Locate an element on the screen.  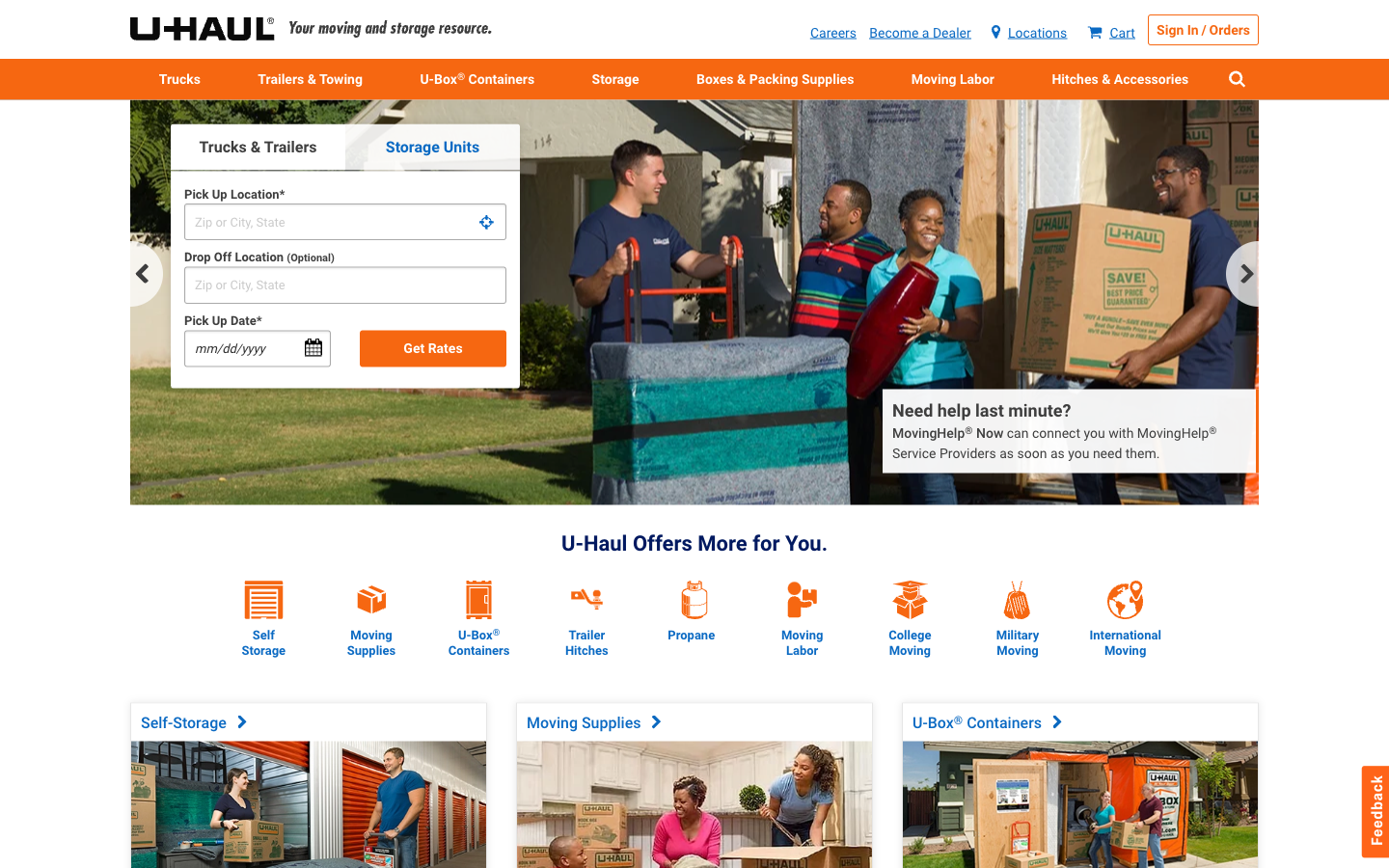
I need to access information about renting trucks. Can you guide me? is located at coordinates (179, 77).